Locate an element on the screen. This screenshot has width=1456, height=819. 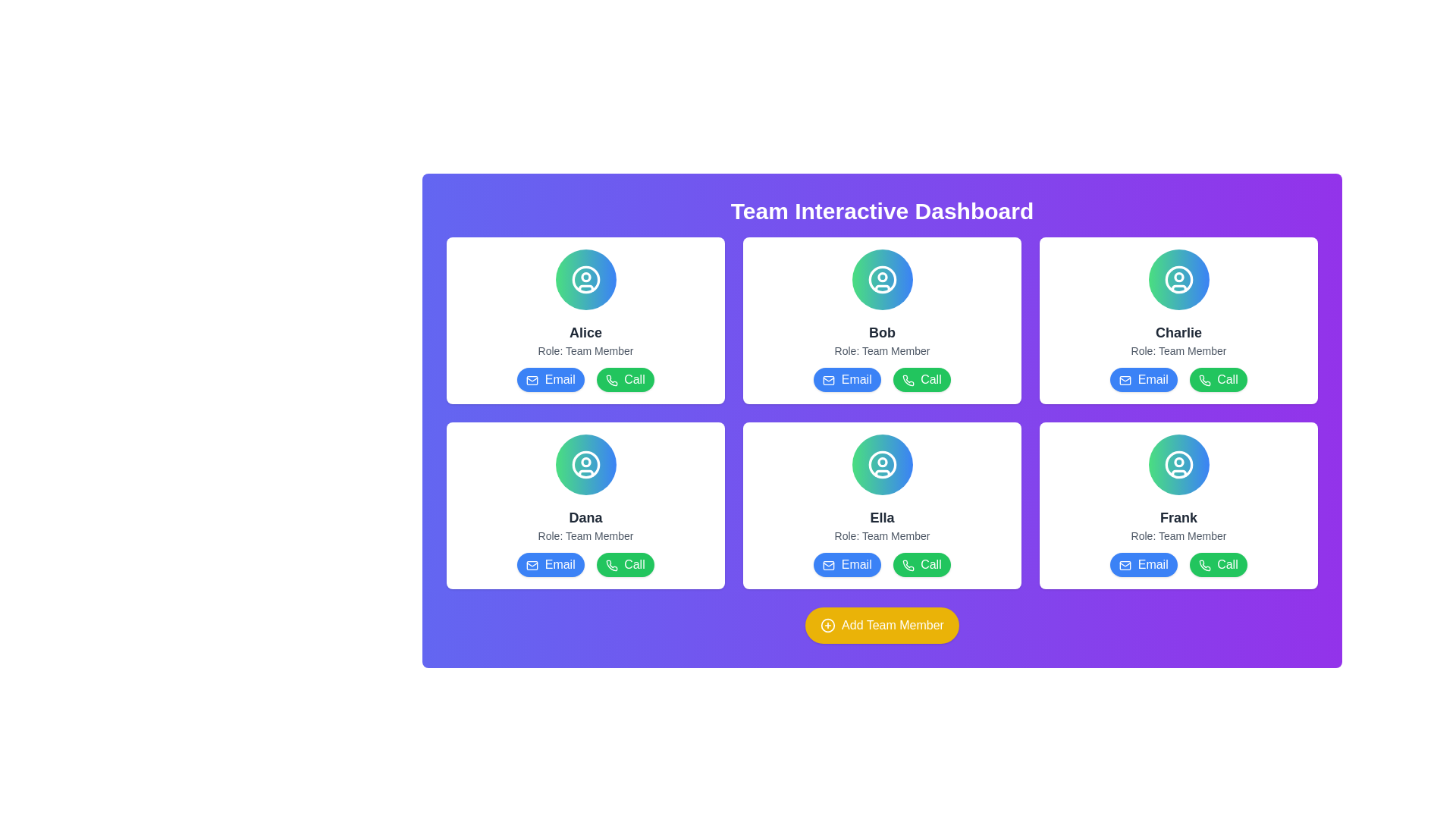
the Decorative Icon, which is a circular icon with a plus symbol inside, styled with a yellow background and white plus sign, located to the left of the 'Add Team Member' text at the bottom of the interface is located at coordinates (827, 626).